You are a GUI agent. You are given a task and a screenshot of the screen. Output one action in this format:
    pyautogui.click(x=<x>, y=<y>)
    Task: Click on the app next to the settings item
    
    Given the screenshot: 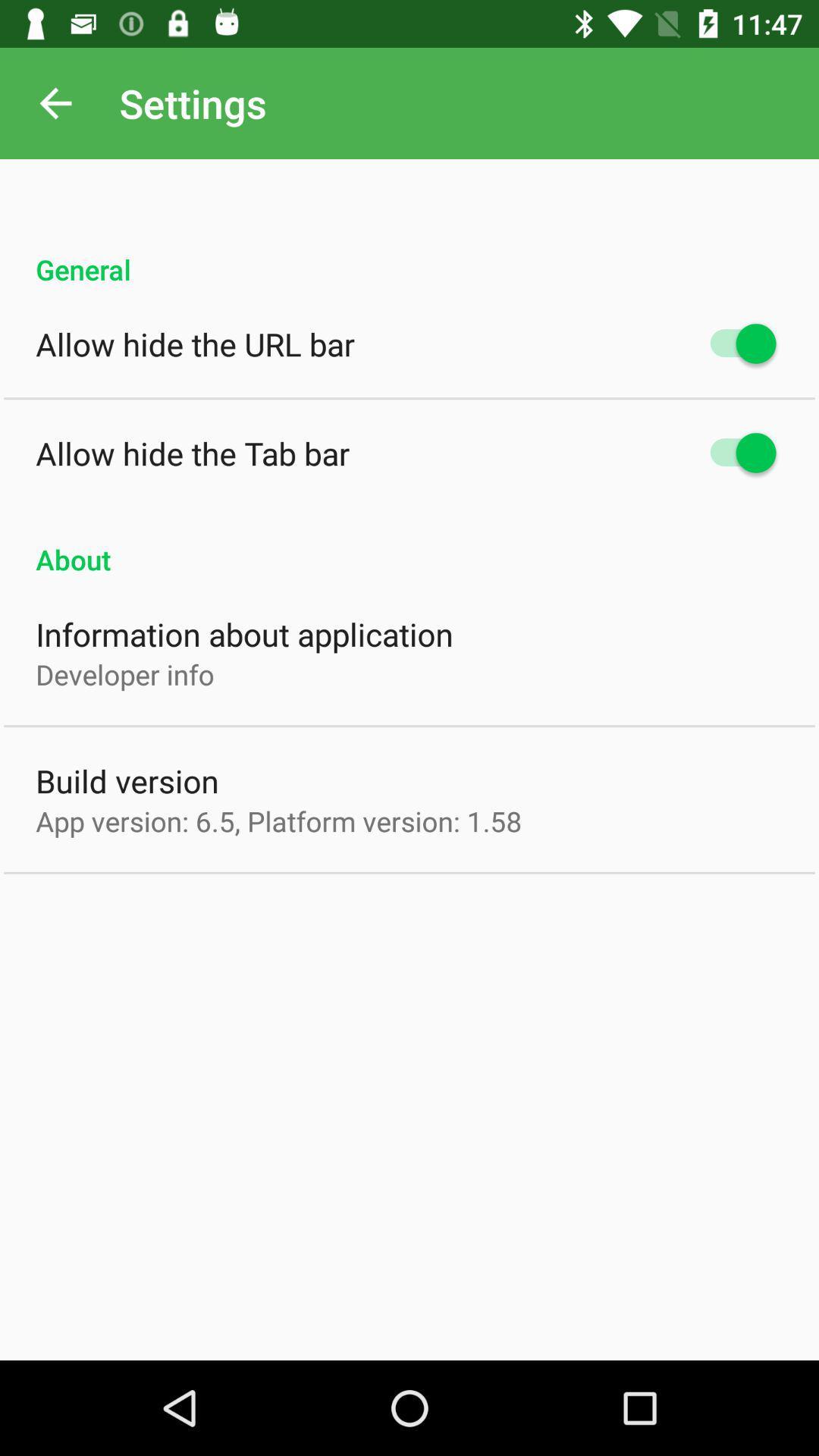 What is the action you would take?
    pyautogui.click(x=55, y=102)
    